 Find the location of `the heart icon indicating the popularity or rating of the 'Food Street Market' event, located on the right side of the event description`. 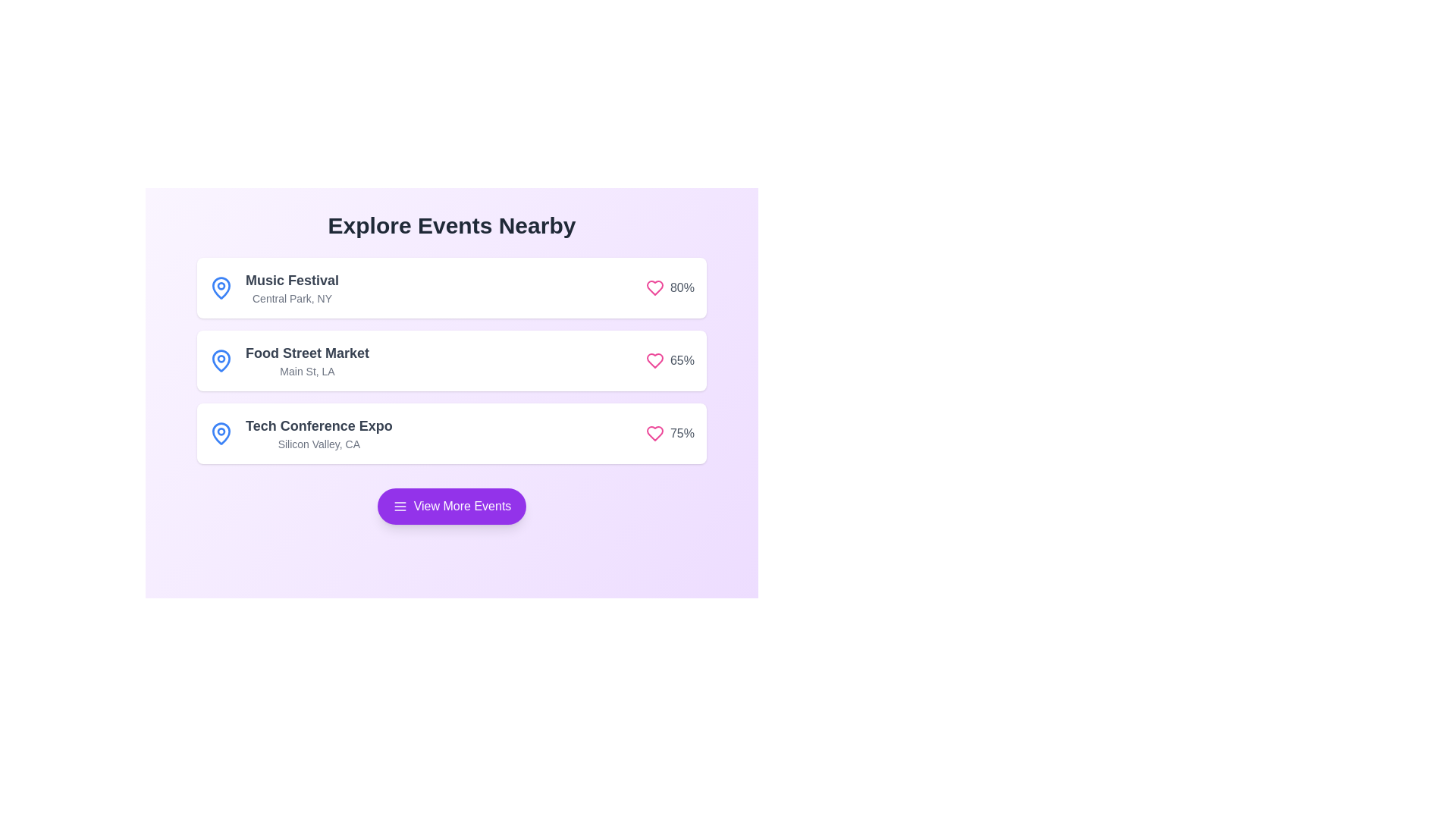

the heart icon indicating the popularity or rating of the 'Food Street Market' event, located on the right side of the event description is located at coordinates (669, 360).